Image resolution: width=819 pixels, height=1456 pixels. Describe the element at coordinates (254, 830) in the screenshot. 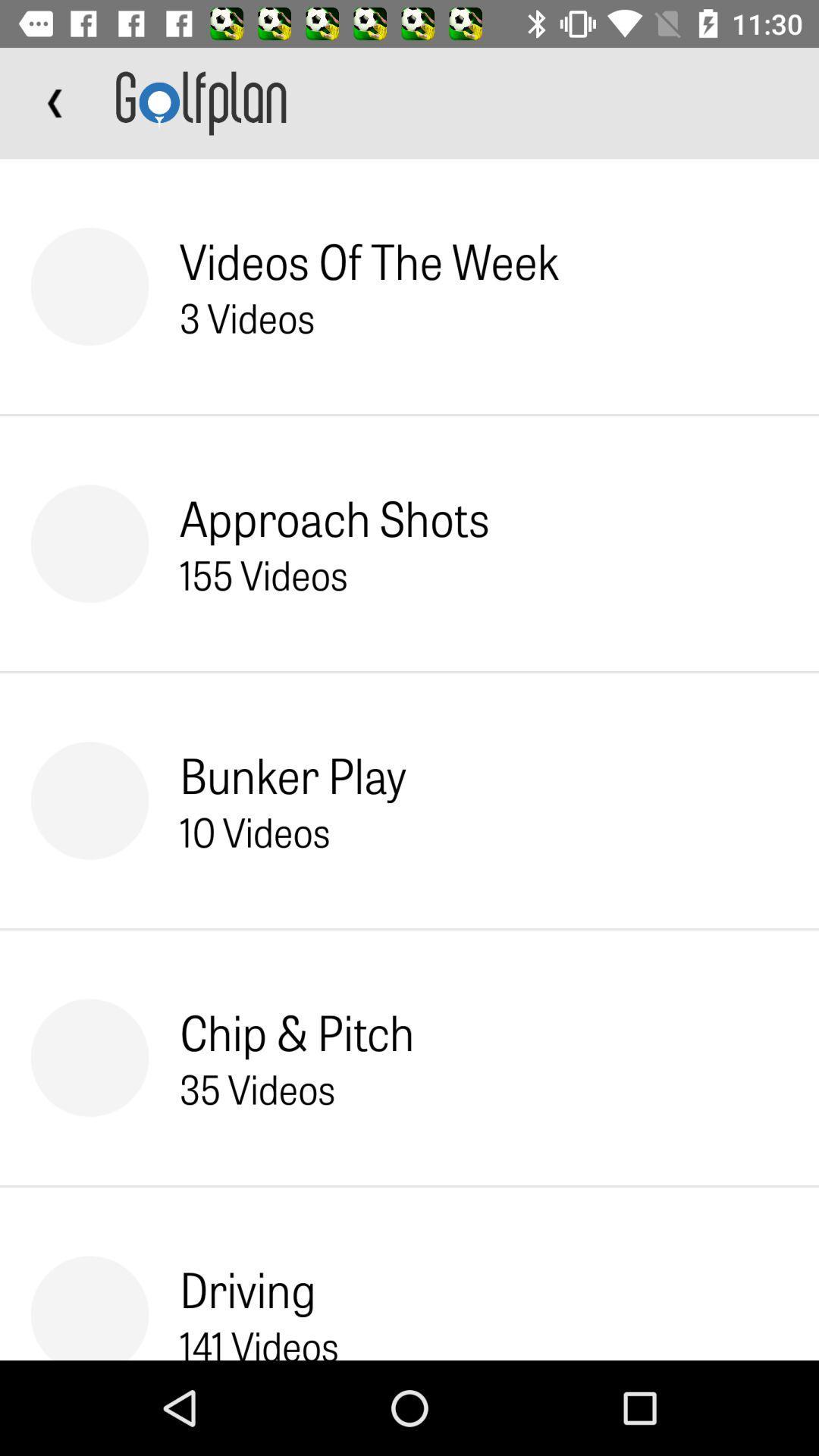

I see `the 10 videos icon` at that location.